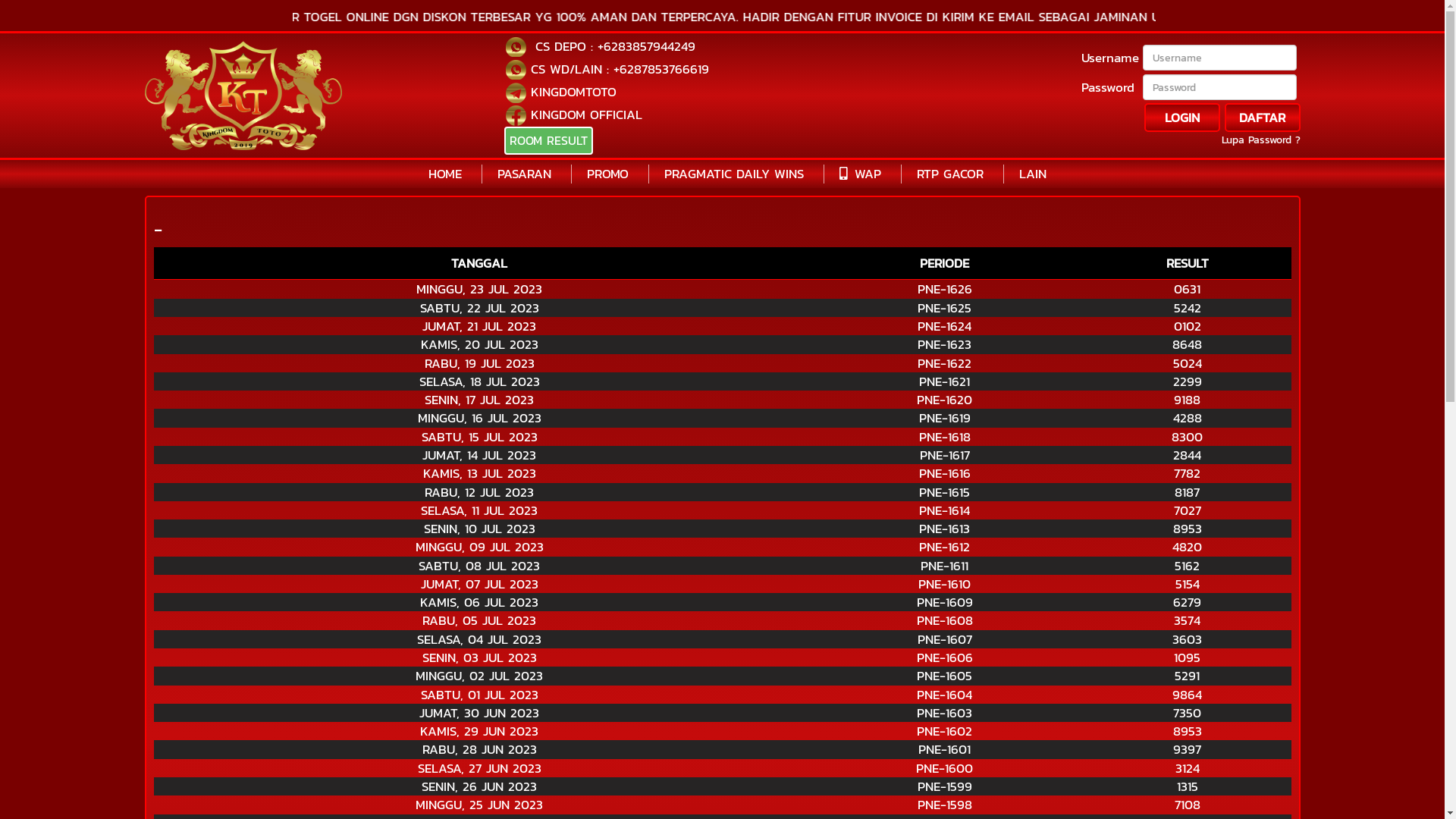  Describe the element at coordinates (1032, 172) in the screenshot. I see `'LAIN'` at that location.